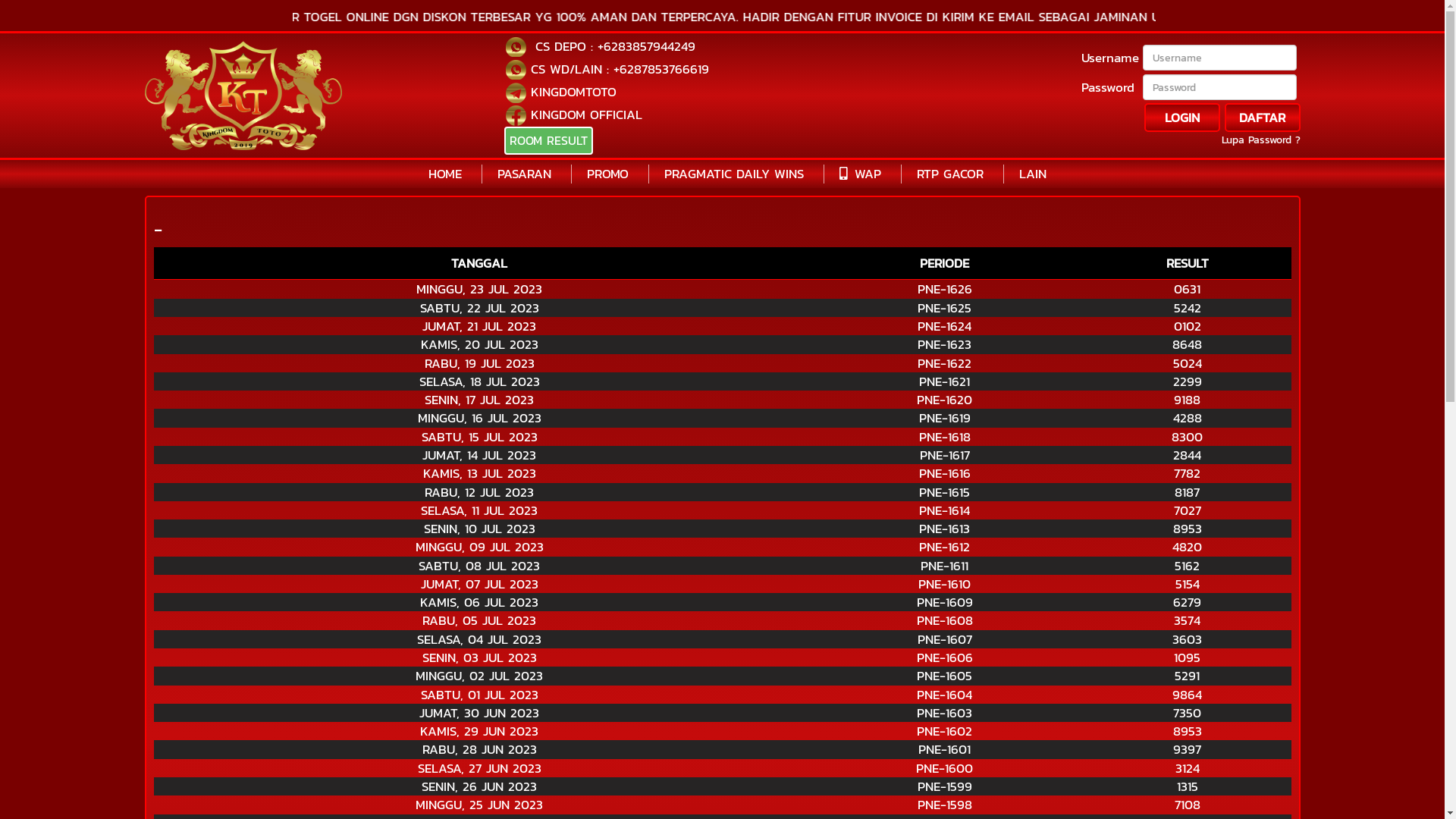  Describe the element at coordinates (1032, 172) in the screenshot. I see `'LAIN'` at that location.